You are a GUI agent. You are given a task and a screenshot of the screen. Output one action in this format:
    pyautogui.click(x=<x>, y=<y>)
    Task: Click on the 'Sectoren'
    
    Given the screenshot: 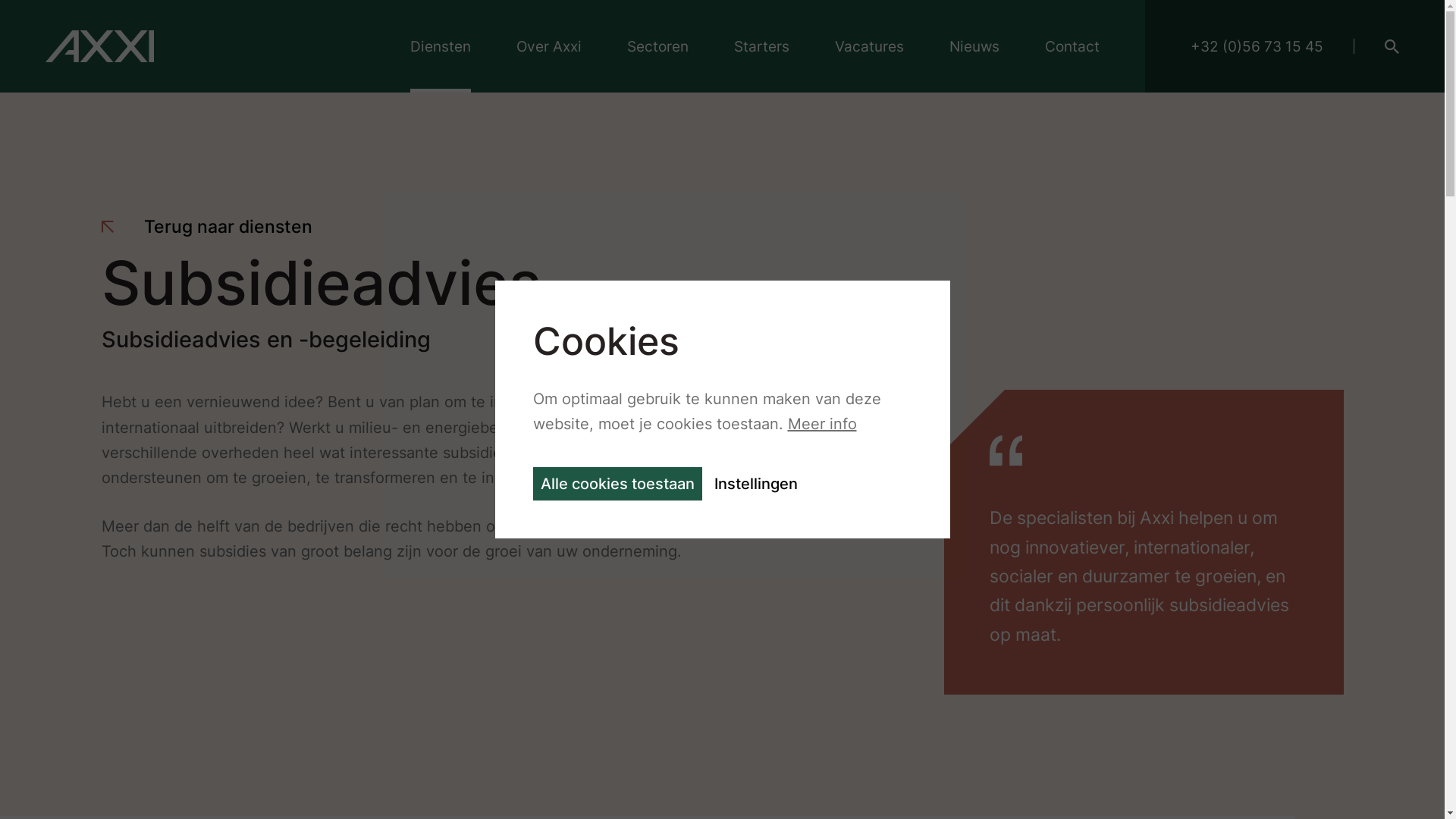 What is the action you would take?
    pyautogui.click(x=657, y=45)
    